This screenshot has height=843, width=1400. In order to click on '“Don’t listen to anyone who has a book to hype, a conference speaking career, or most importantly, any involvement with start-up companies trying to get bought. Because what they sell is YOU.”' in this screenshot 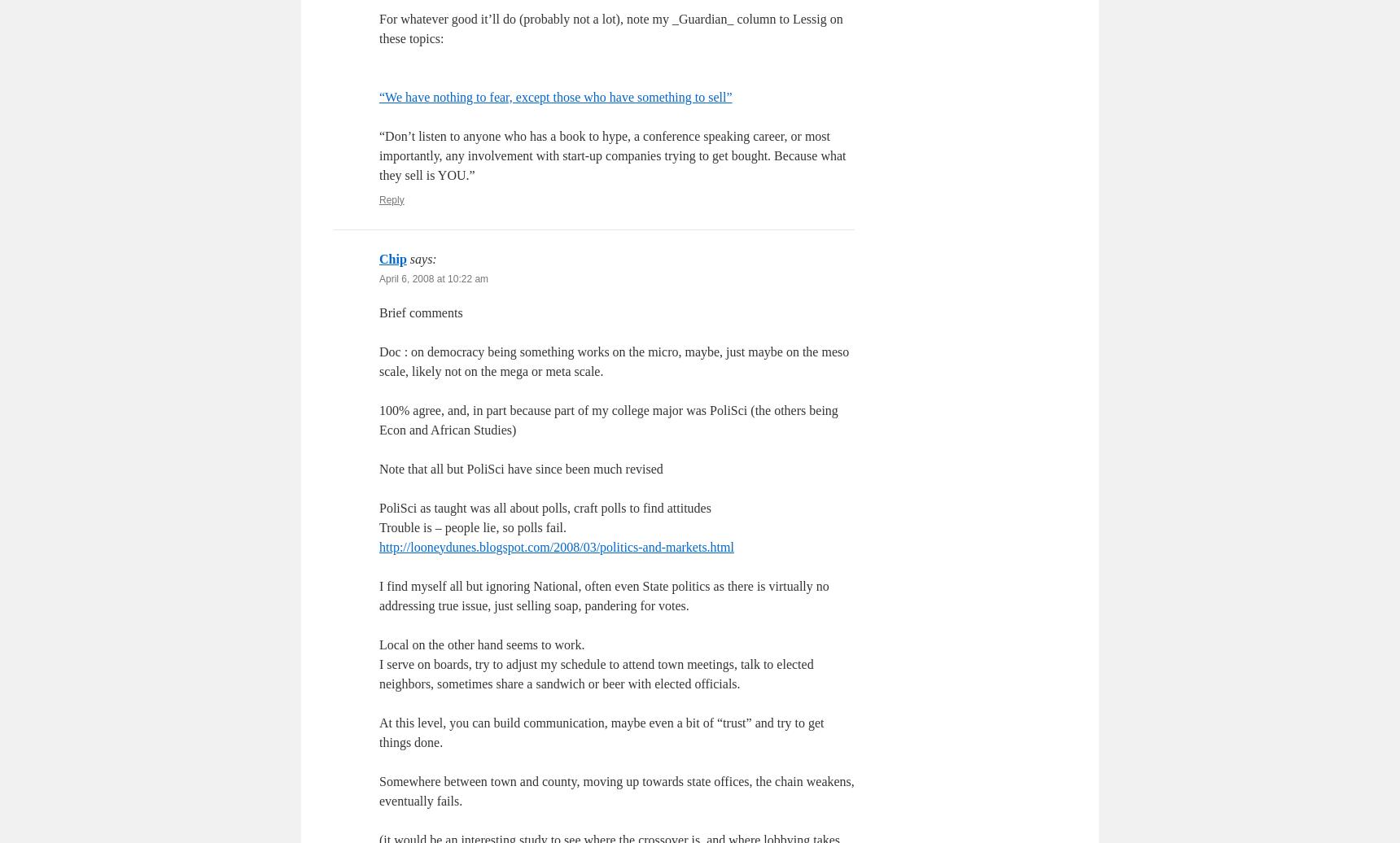, I will do `click(611, 155)`.